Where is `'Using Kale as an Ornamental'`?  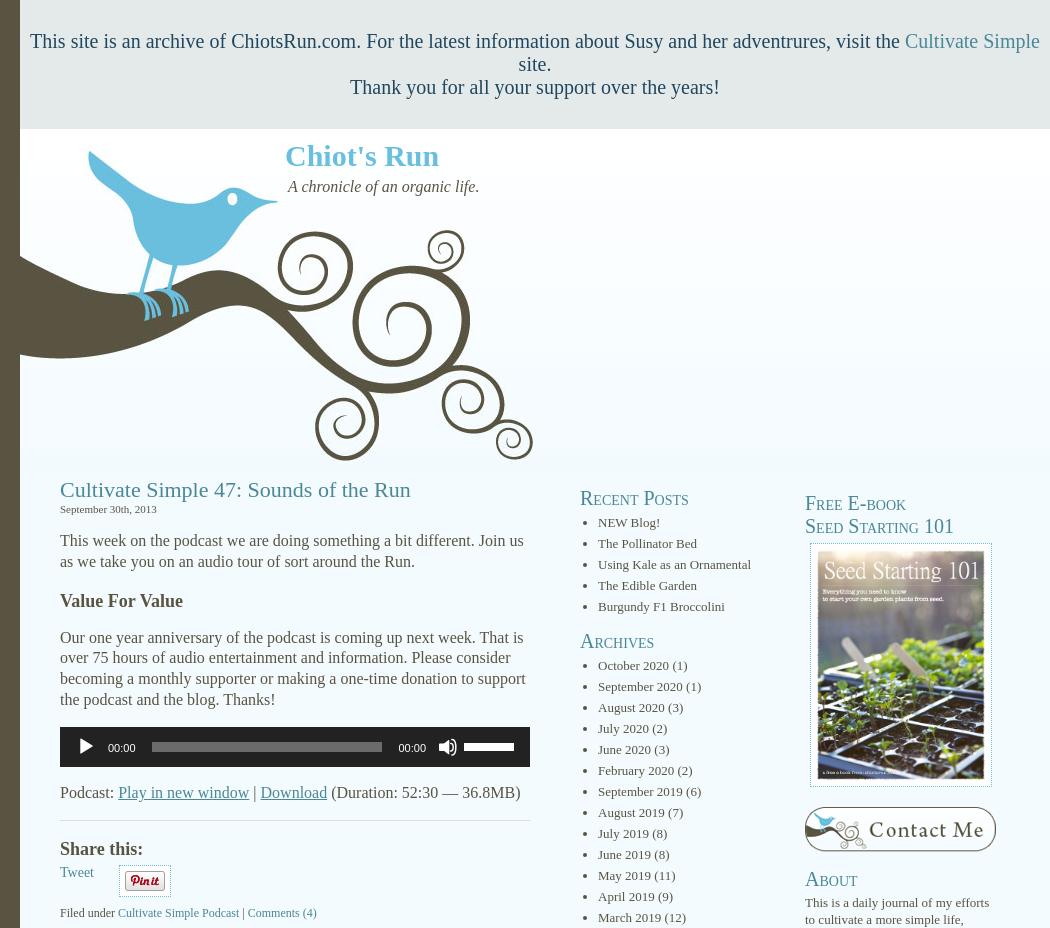
'Using Kale as an Ornamental' is located at coordinates (673, 563).